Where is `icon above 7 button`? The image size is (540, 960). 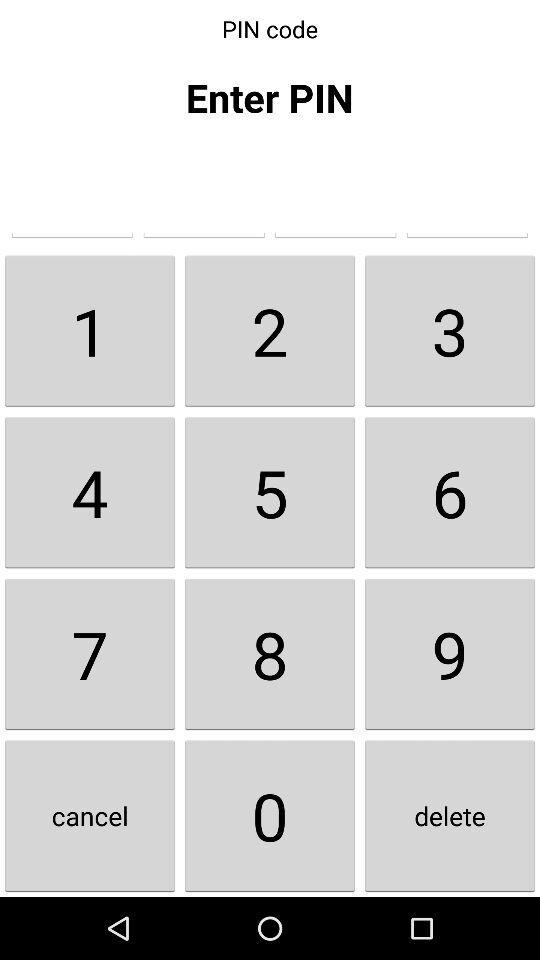 icon above 7 button is located at coordinates (89, 491).